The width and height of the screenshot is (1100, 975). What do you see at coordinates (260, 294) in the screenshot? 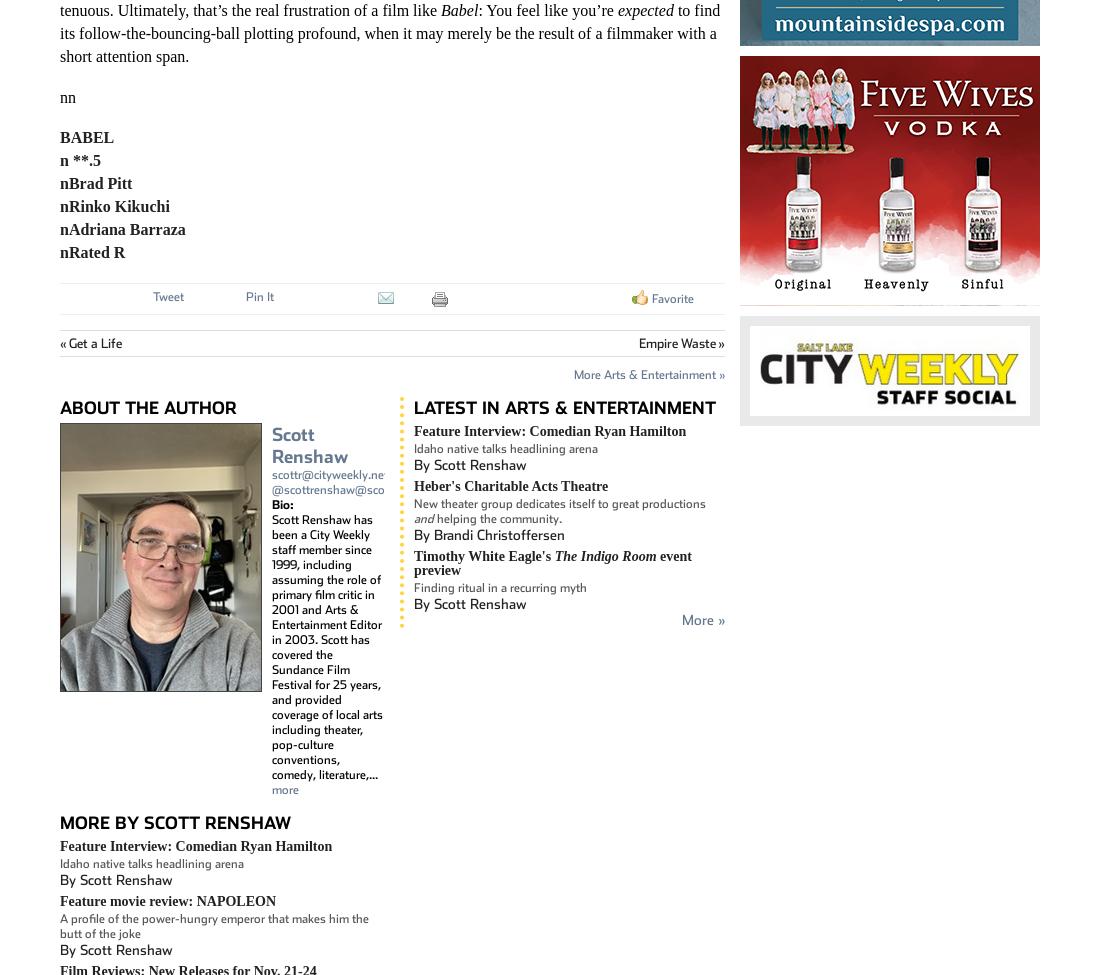
I see `'Pin It'` at bounding box center [260, 294].